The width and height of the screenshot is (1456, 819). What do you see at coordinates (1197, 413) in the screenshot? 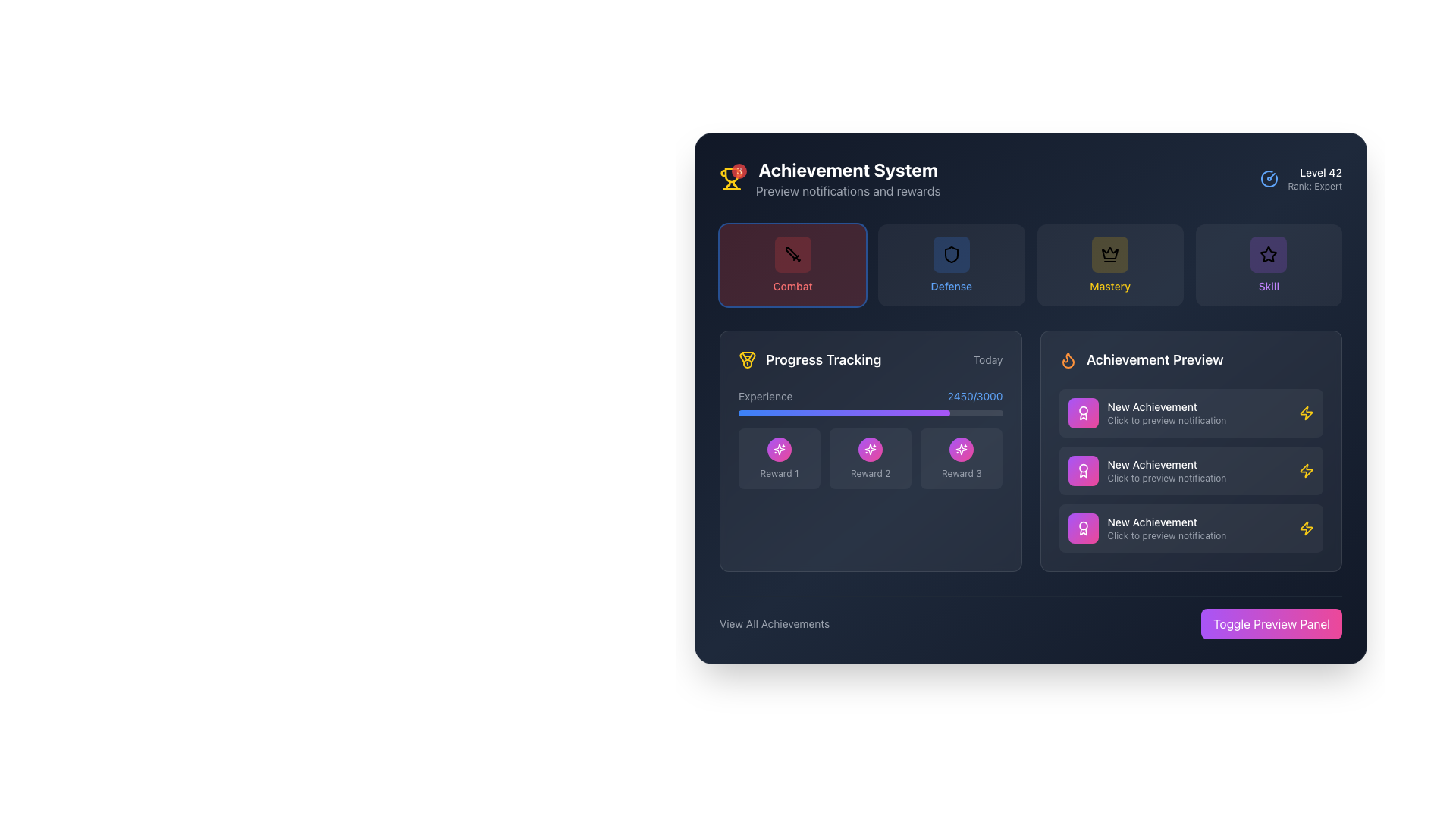
I see `the 'New Achievement' text label that displays 'Click` at bounding box center [1197, 413].